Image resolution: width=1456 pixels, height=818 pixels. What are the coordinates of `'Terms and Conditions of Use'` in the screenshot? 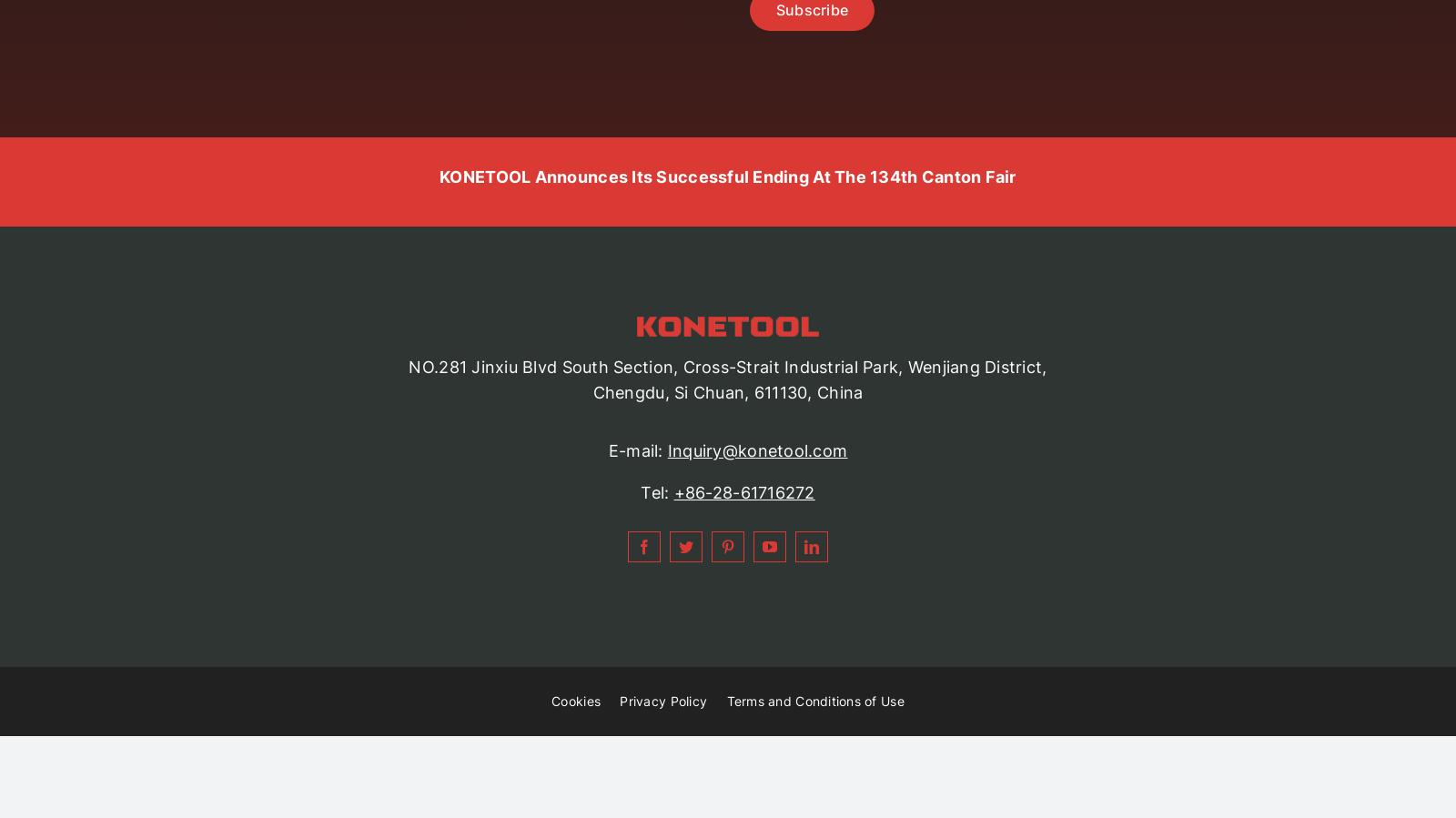 It's located at (726, 701).